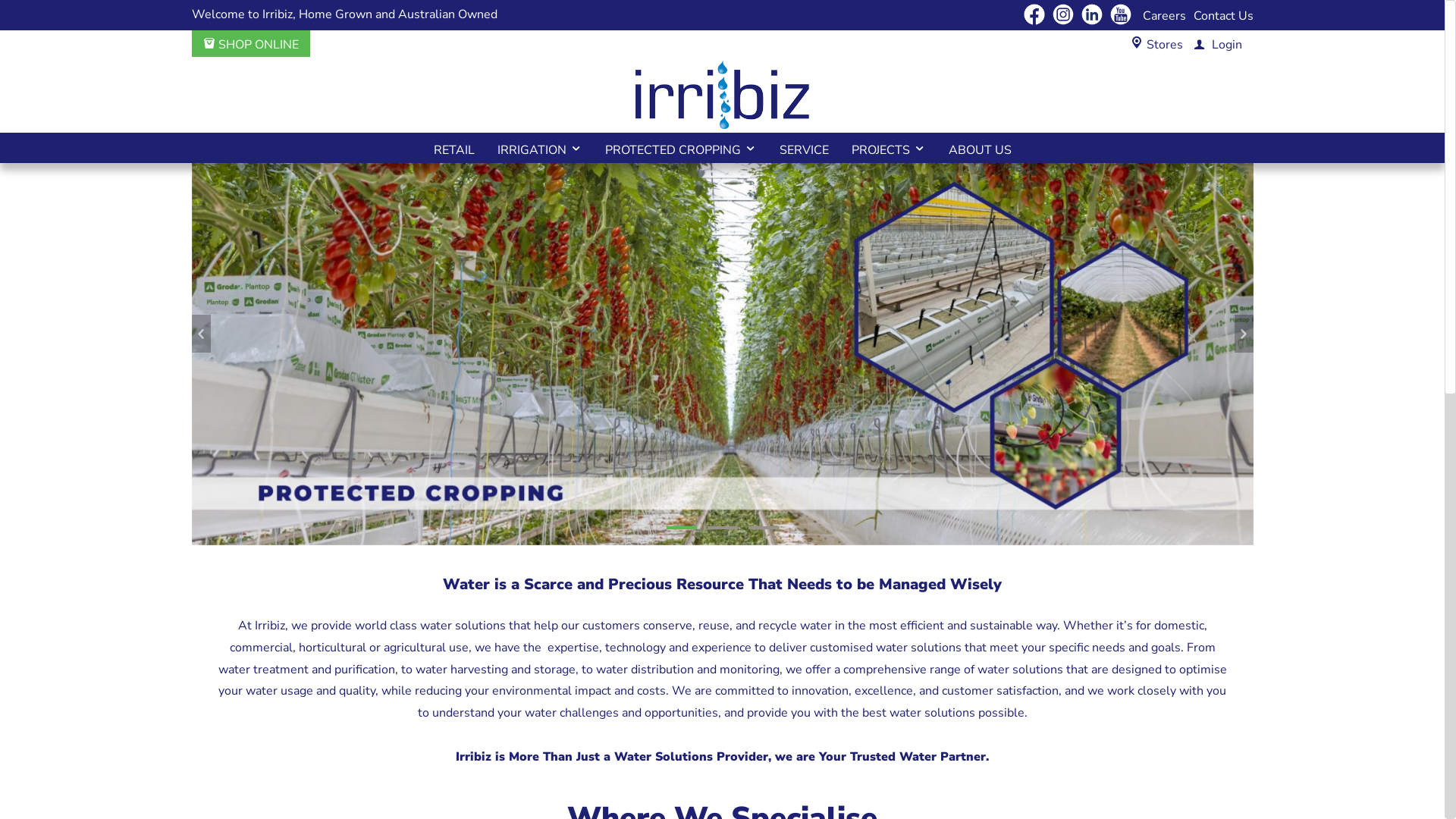 The image size is (1456, 819). What do you see at coordinates (1223, 15) in the screenshot?
I see `'Contact Us'` at bounding box center [1223, 15].